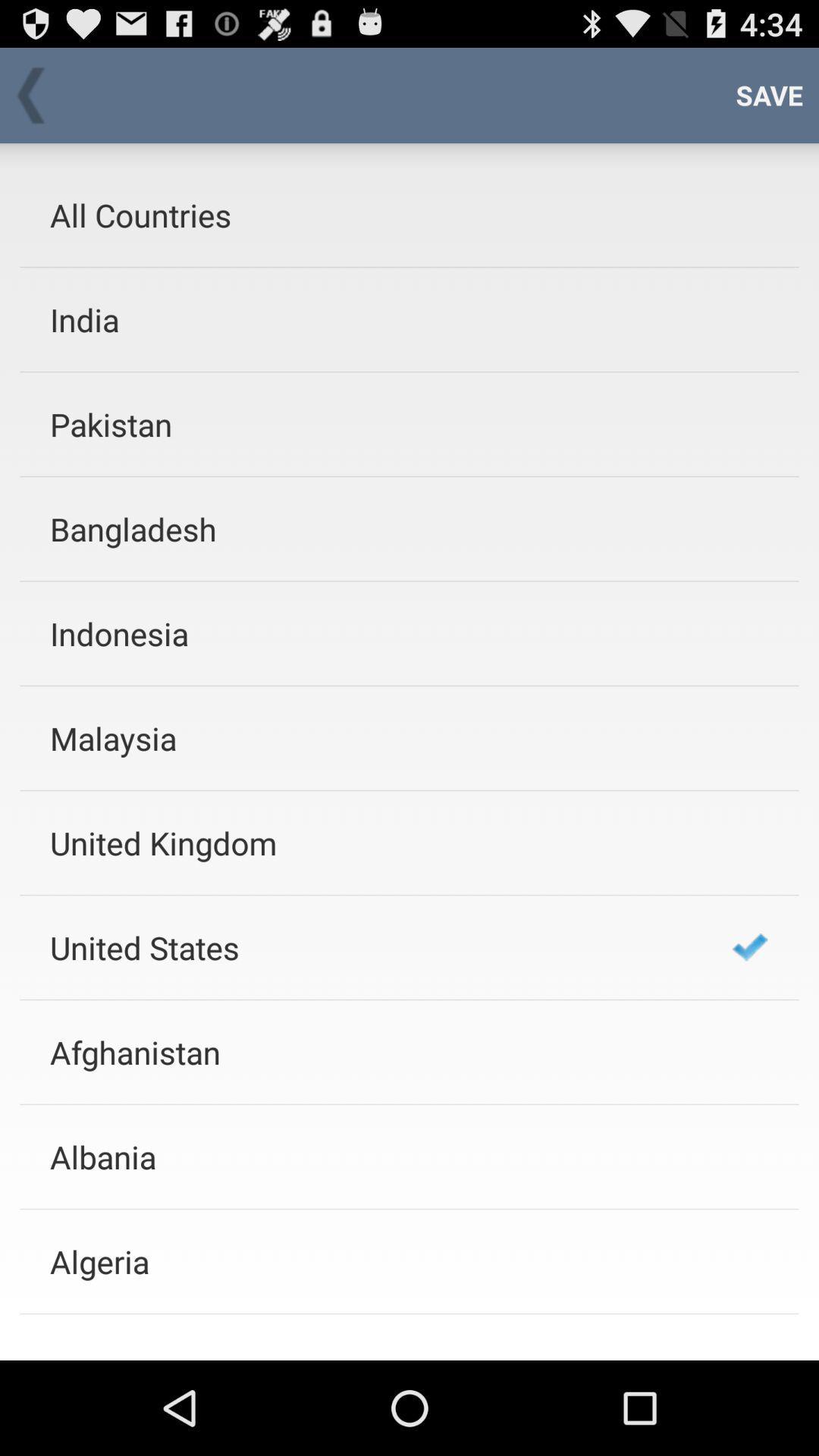 The height and width of the screenshot is (1456, 819). I want to click on the all countries item, so click(371, 214).